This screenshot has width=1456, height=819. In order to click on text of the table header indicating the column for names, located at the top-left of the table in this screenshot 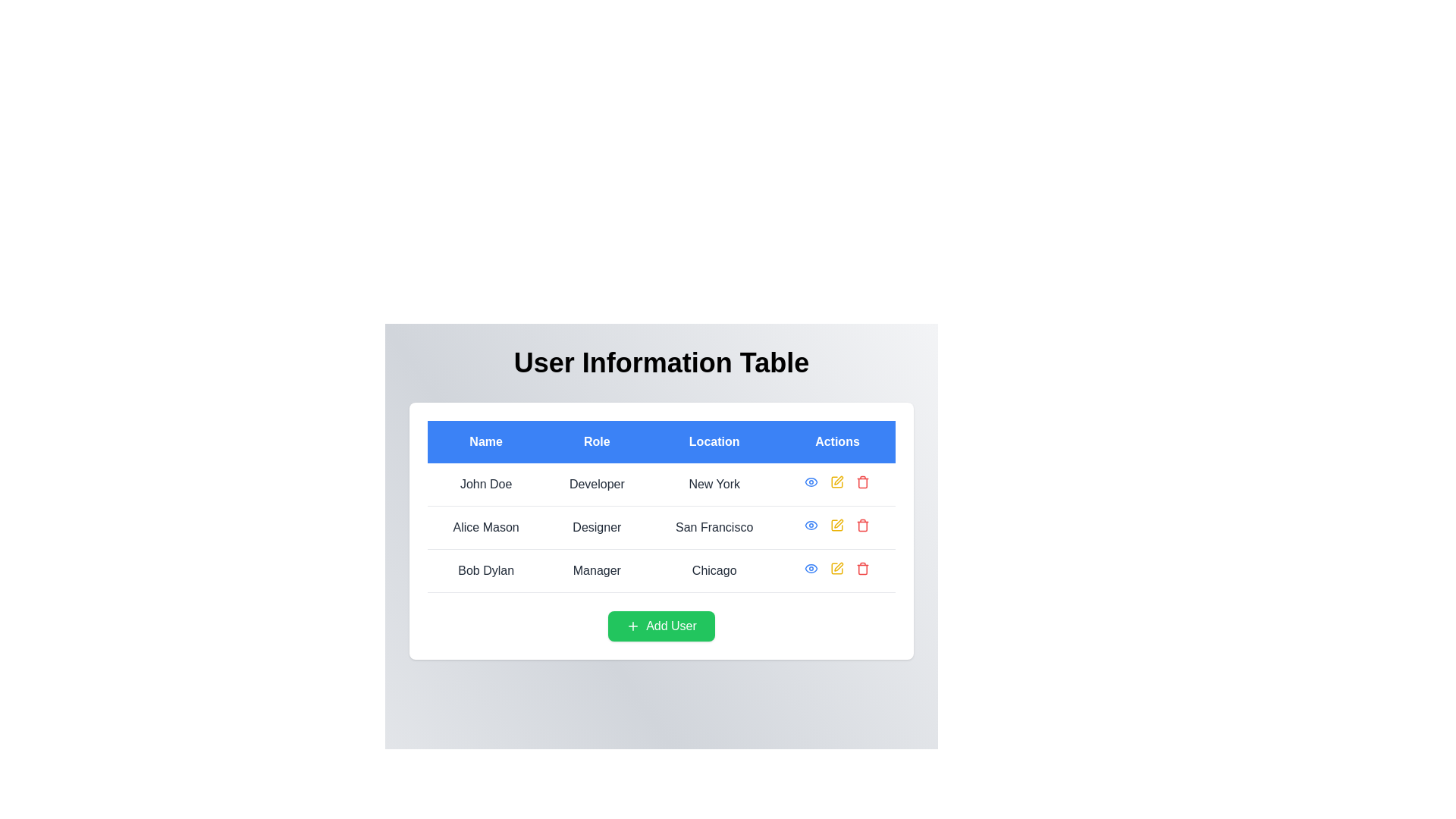, I will do `click(486, 441)`.